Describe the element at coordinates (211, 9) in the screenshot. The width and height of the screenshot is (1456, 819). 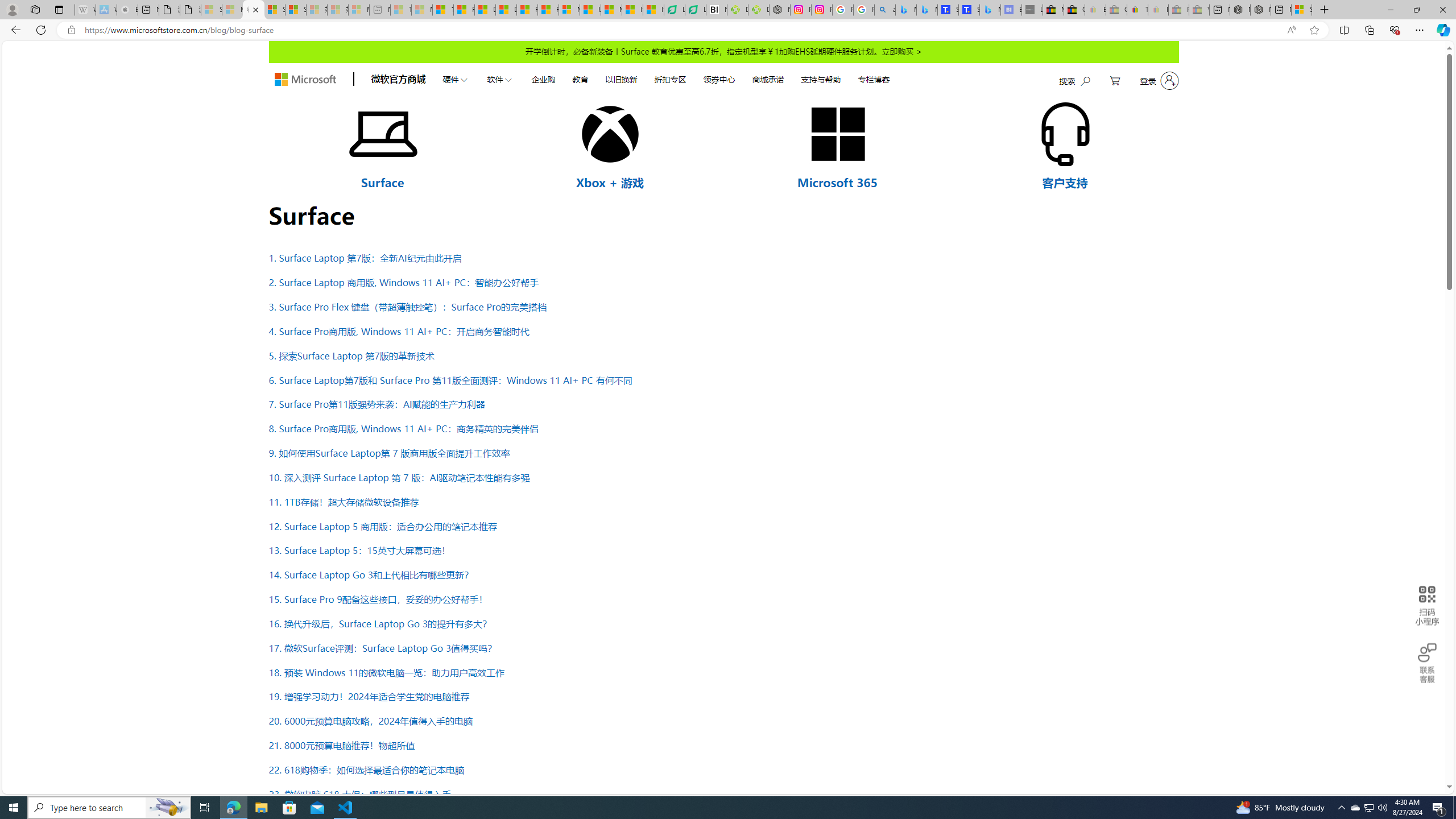
I see `'Sign in to your Microsoft account - Sleeping'` at that location.